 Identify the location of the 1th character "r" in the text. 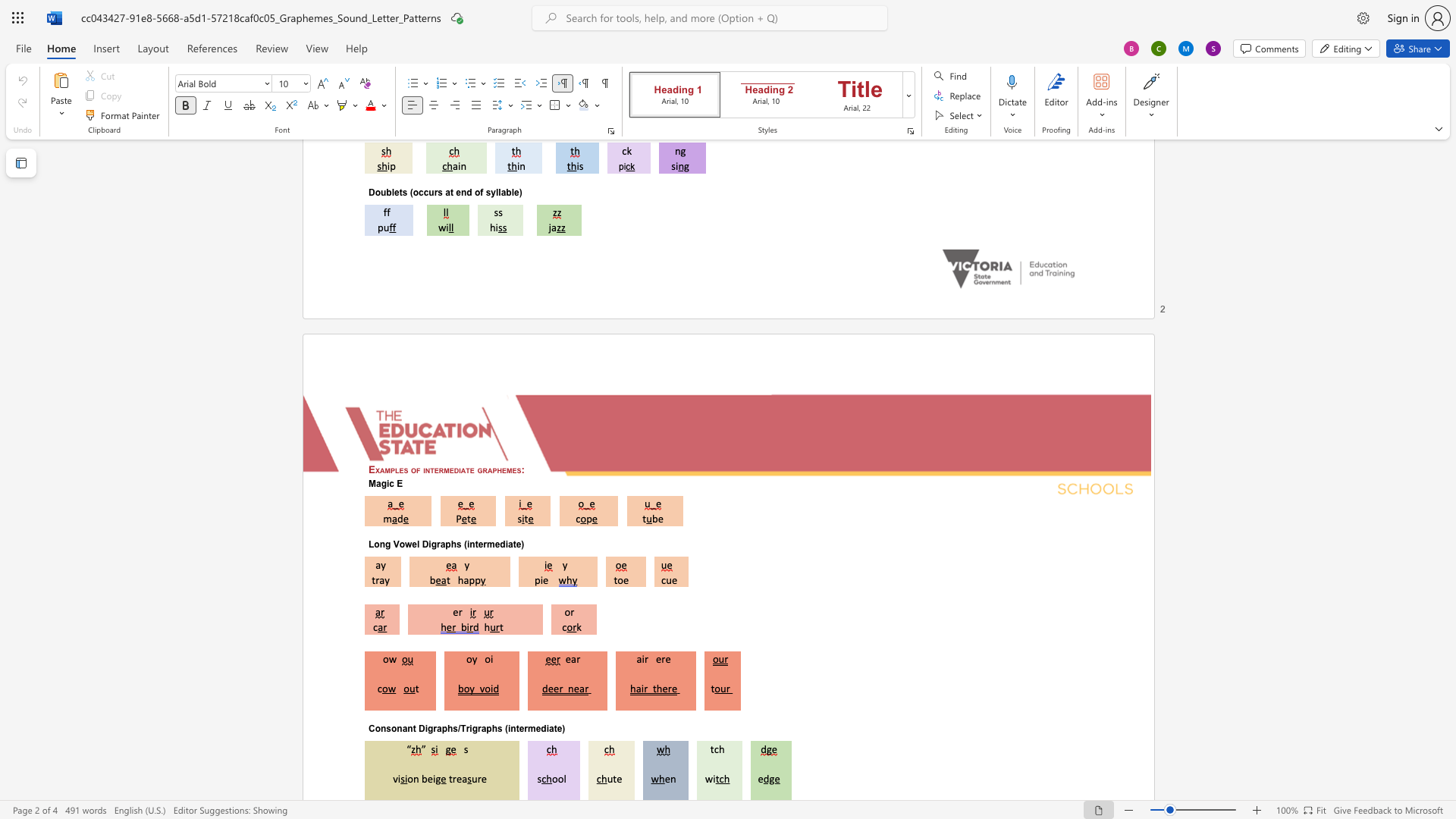
(434, 727).